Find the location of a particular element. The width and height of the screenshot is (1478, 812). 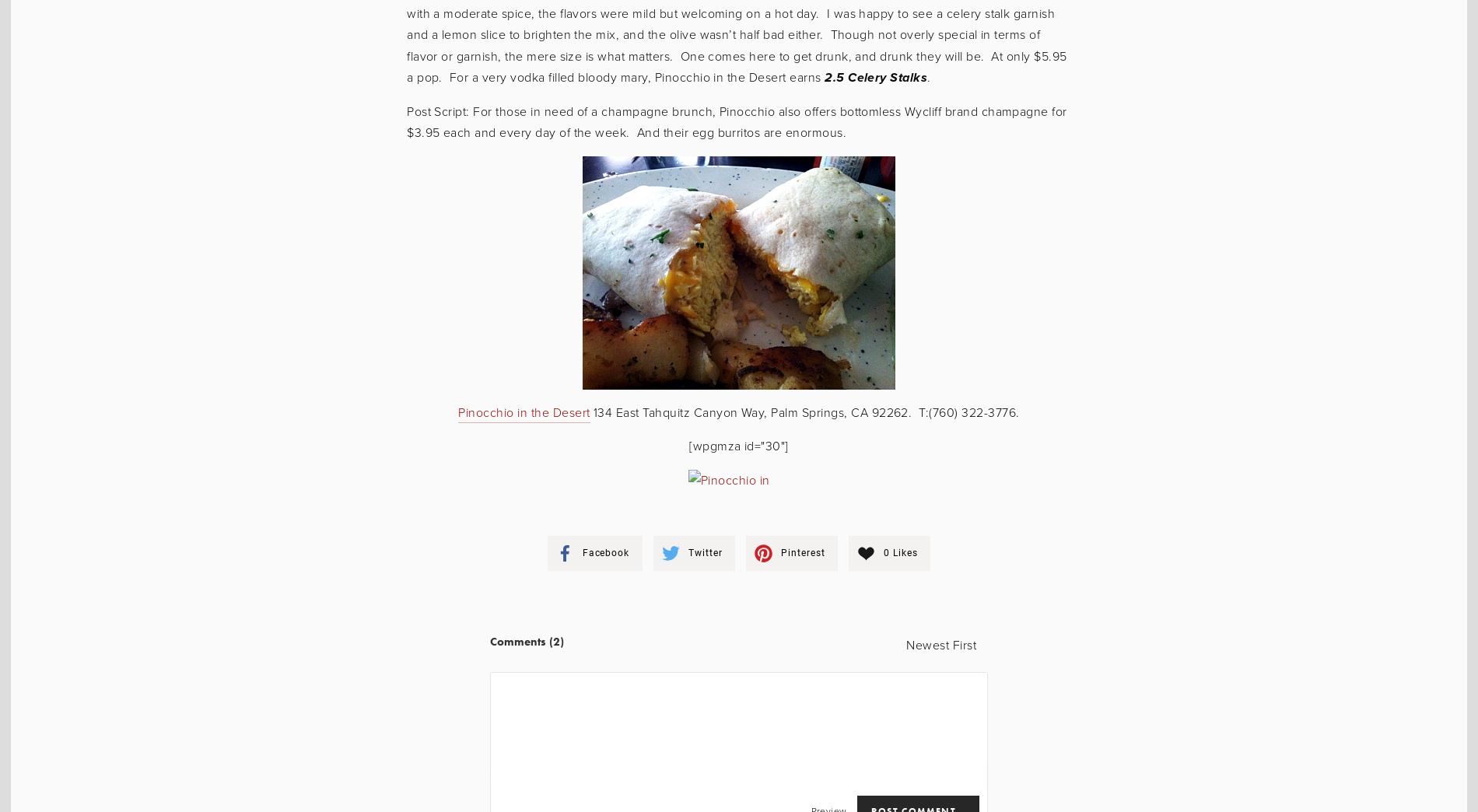

'2.5' is located at coordinates (834, 77).